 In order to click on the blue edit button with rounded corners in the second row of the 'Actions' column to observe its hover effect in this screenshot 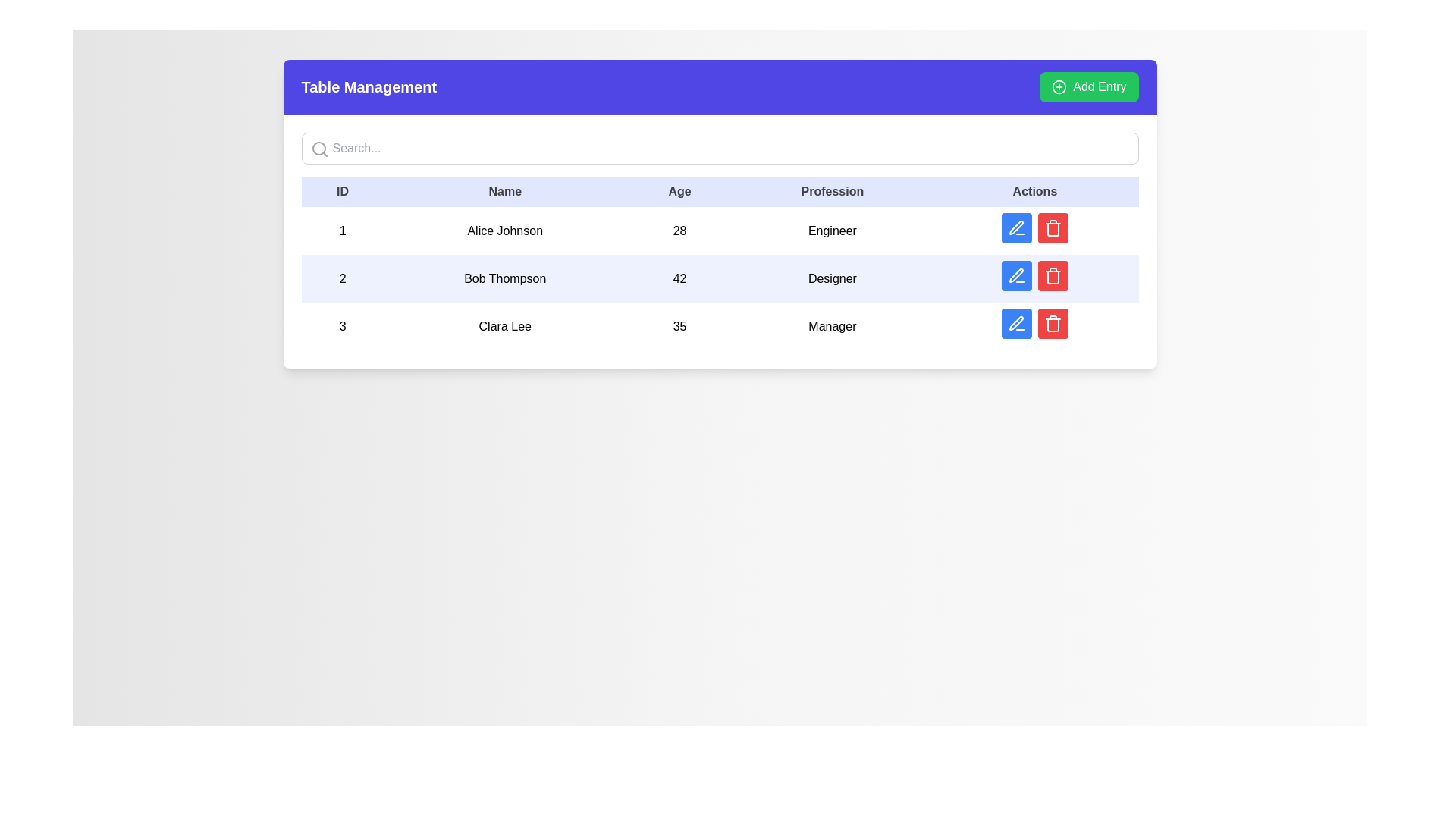, I will do `click(1016, 275)`.